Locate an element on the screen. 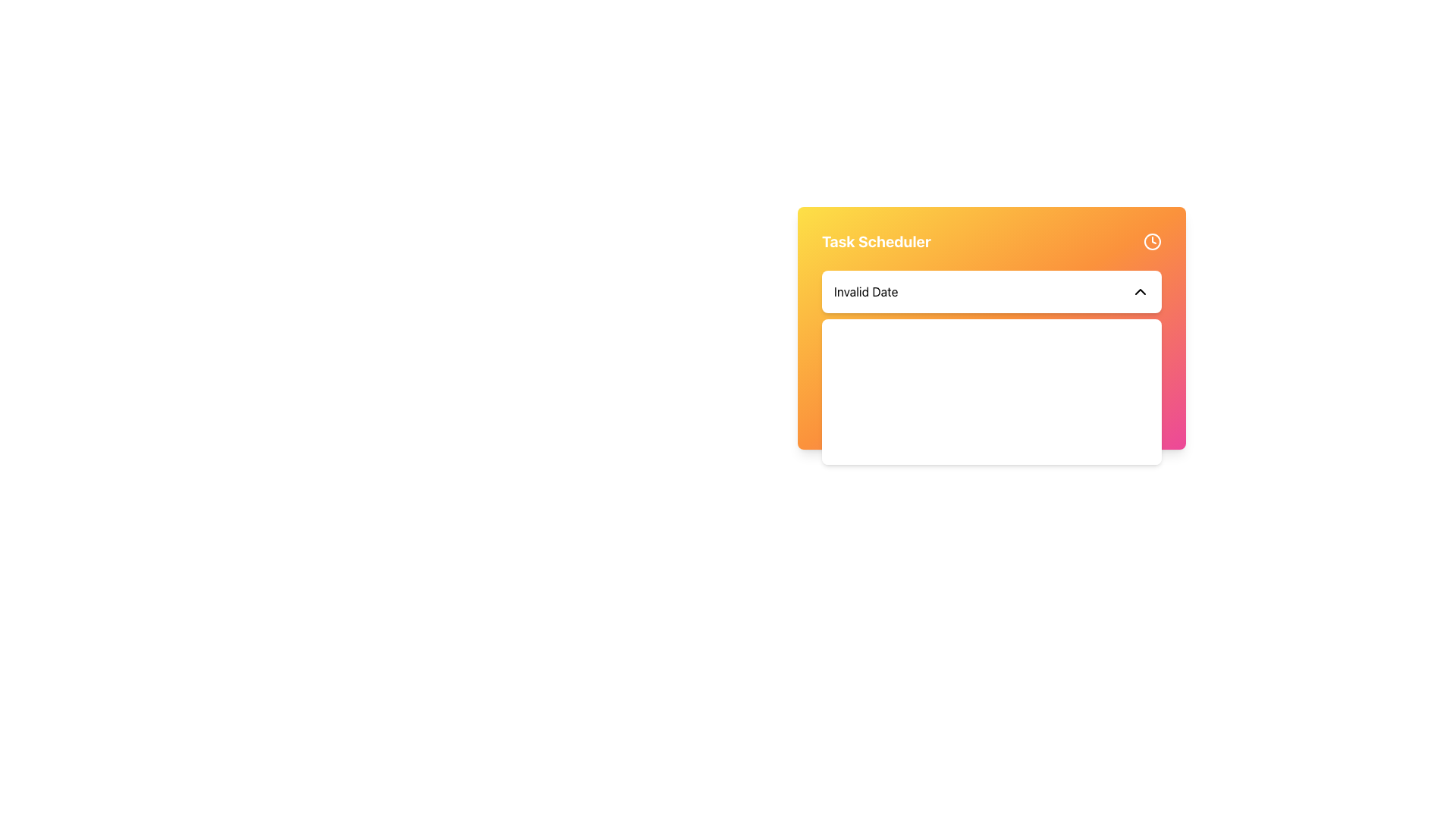 Image resolution: width=1456 pixels, height=819 pixels. the white dropdown menu below the 'Task Scheduler' title is located at coordinates (992, 292).